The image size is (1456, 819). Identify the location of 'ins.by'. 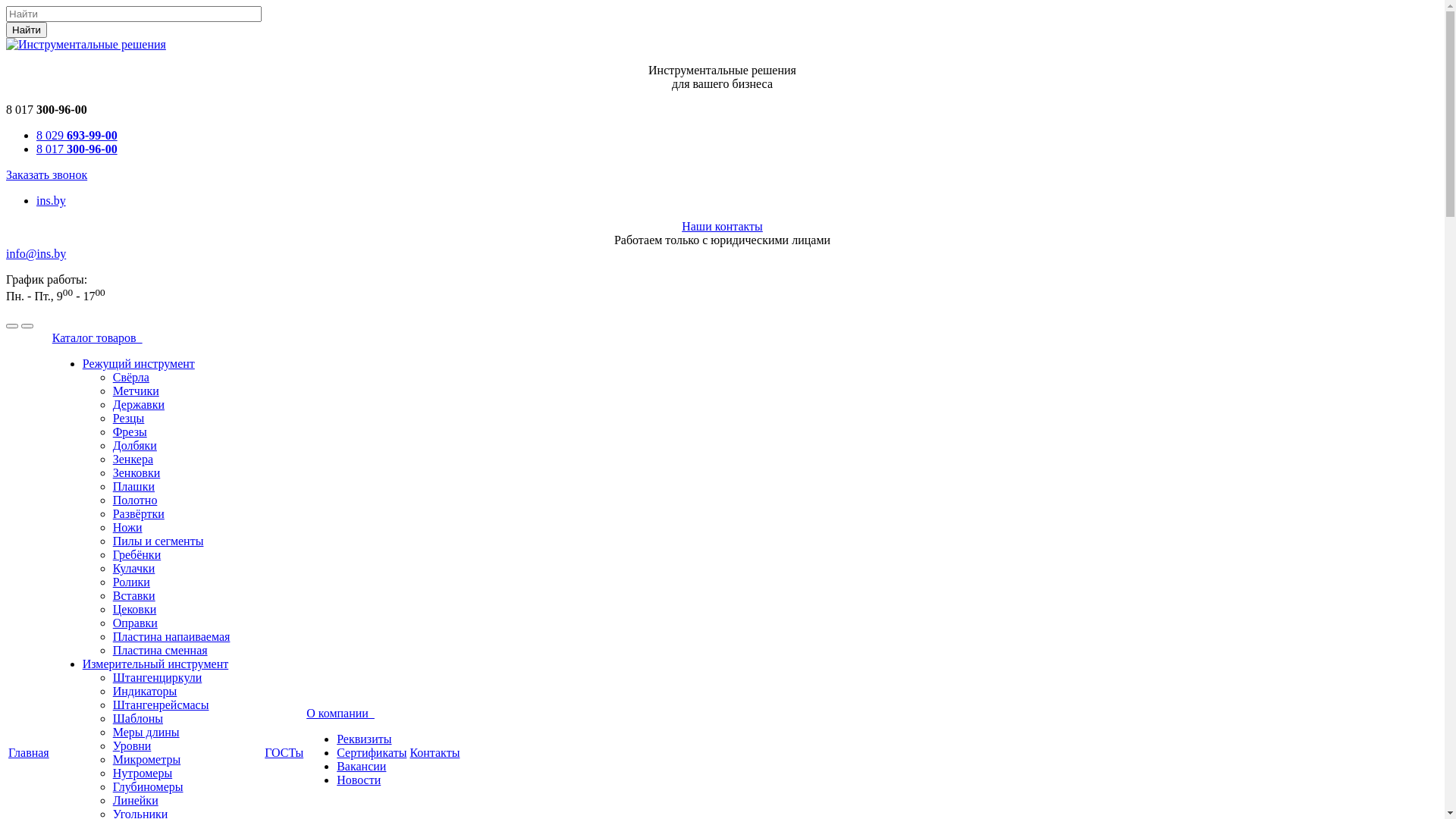
(51, 199).